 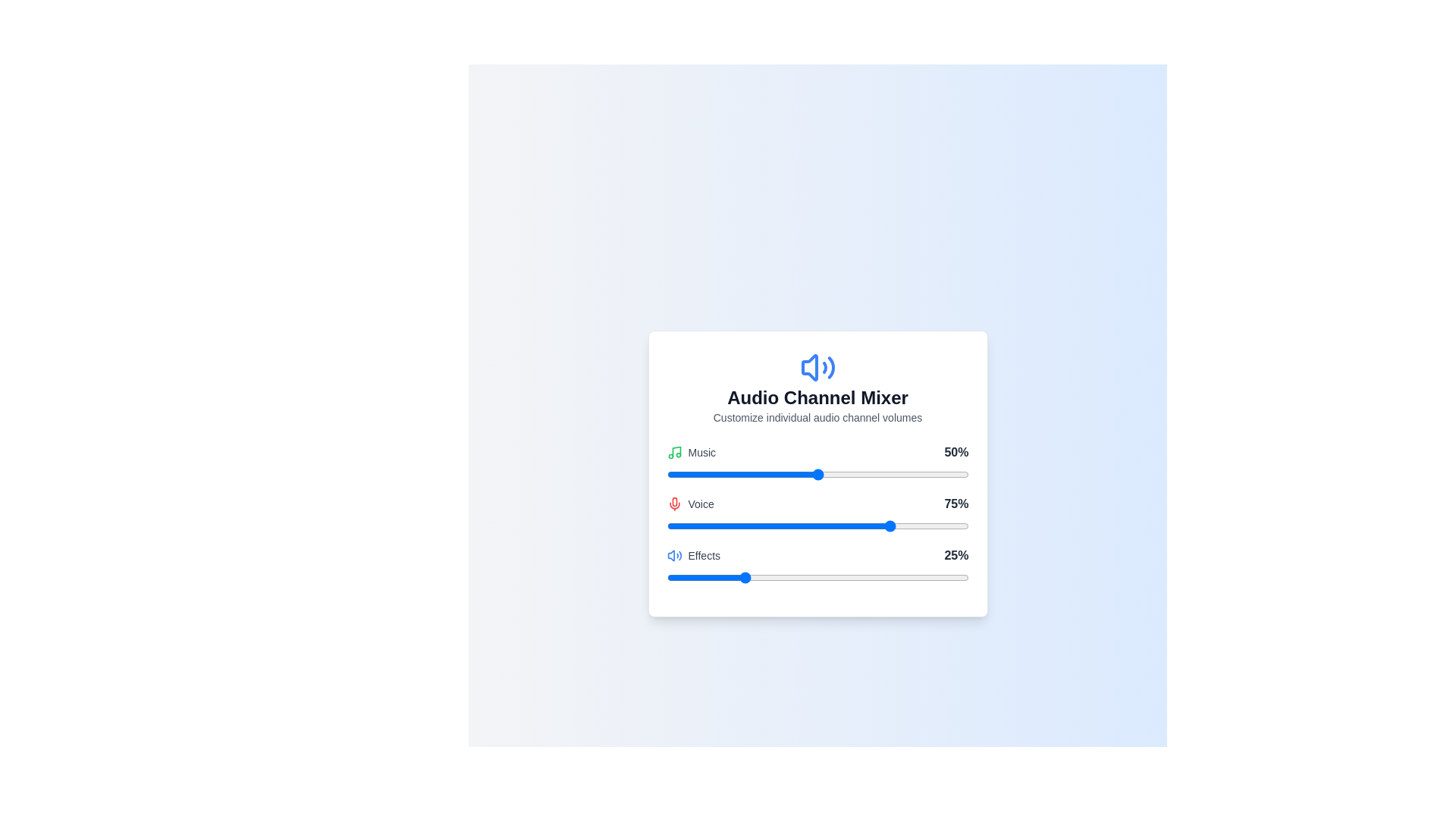 What do you see at coordinates (887, 578) in the screenshot?
I see `effects volume` at bounding box center [887, 578].